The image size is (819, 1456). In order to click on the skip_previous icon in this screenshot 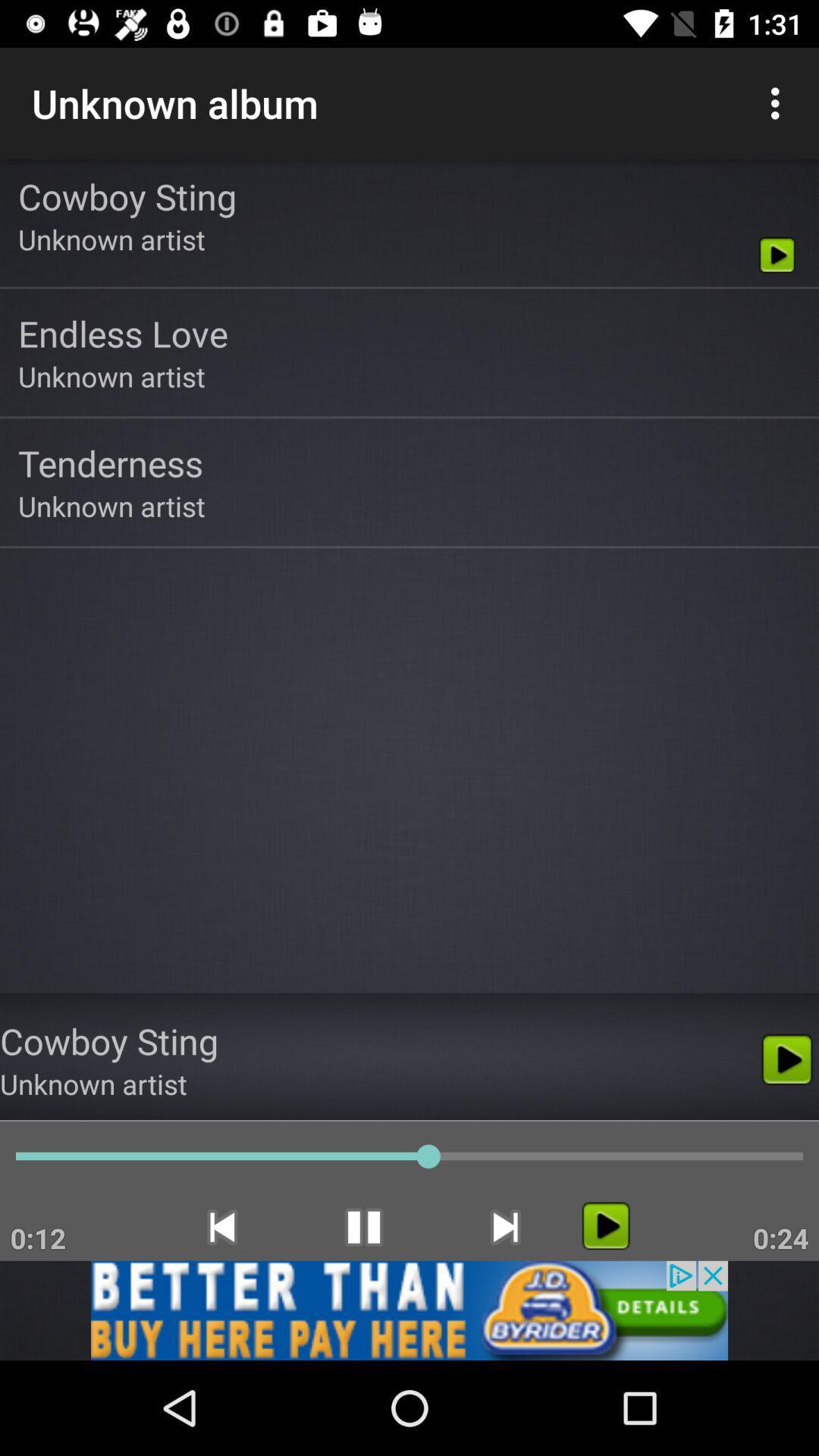, I will do `click(221, 1227)`.